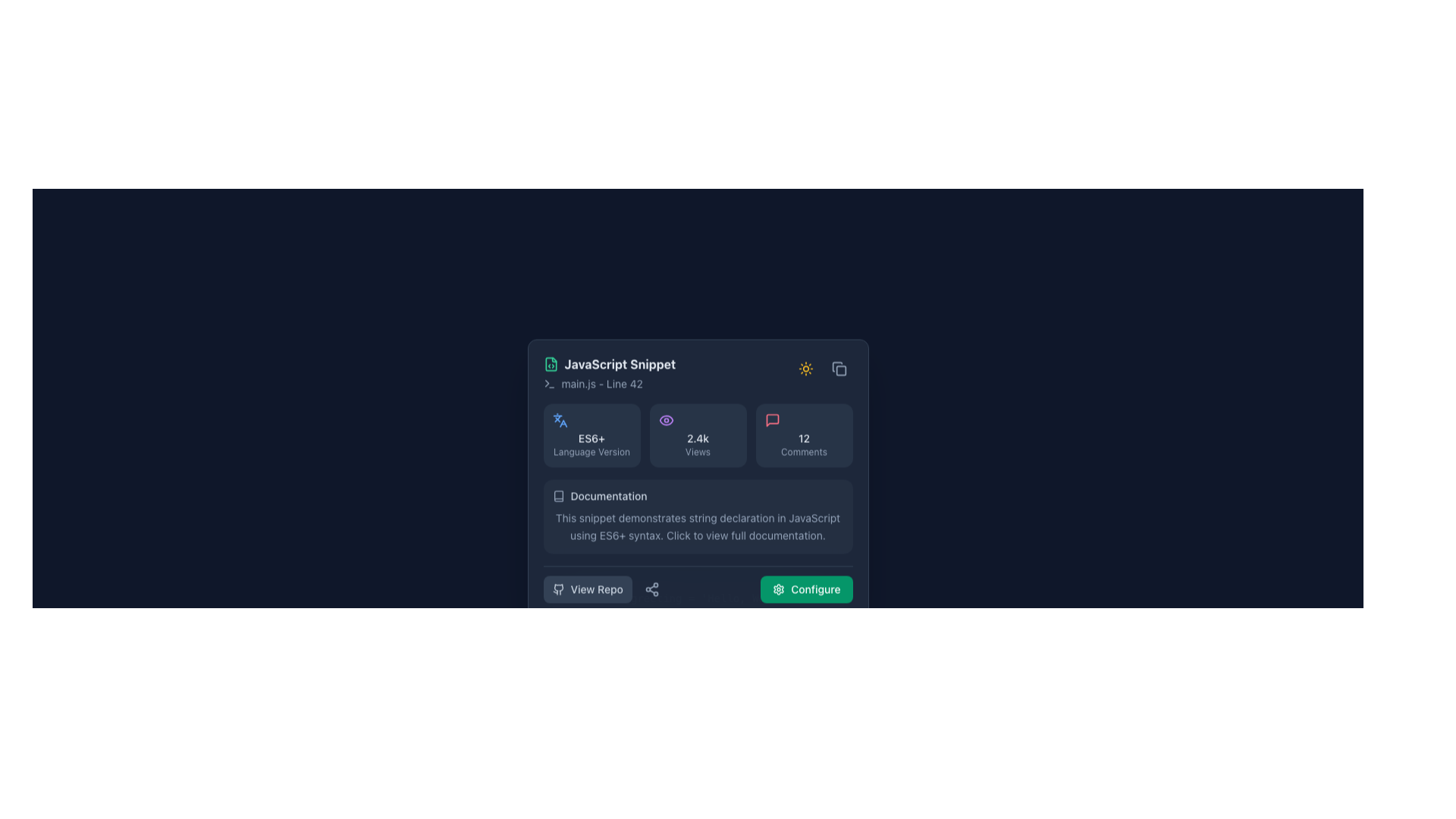 The height and width of the screenshot is (819, 1456). What do you see at coordinates (651, 588) in the screenshot?
I see `the share Icon Button, which is the second clickable item to the right of the 'View Repo' text button` at bounding box center [651, 588].